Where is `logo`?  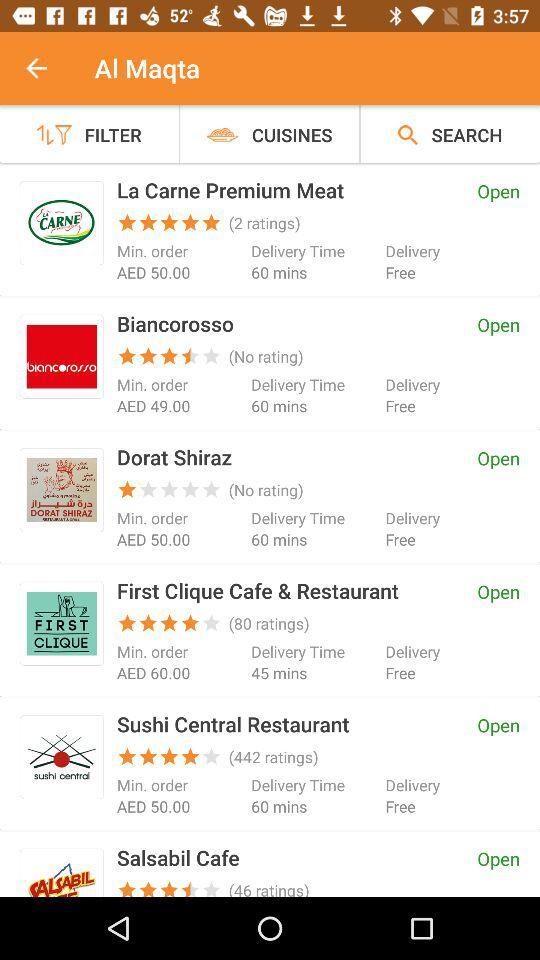 logo is located at coordinates (61, 875).